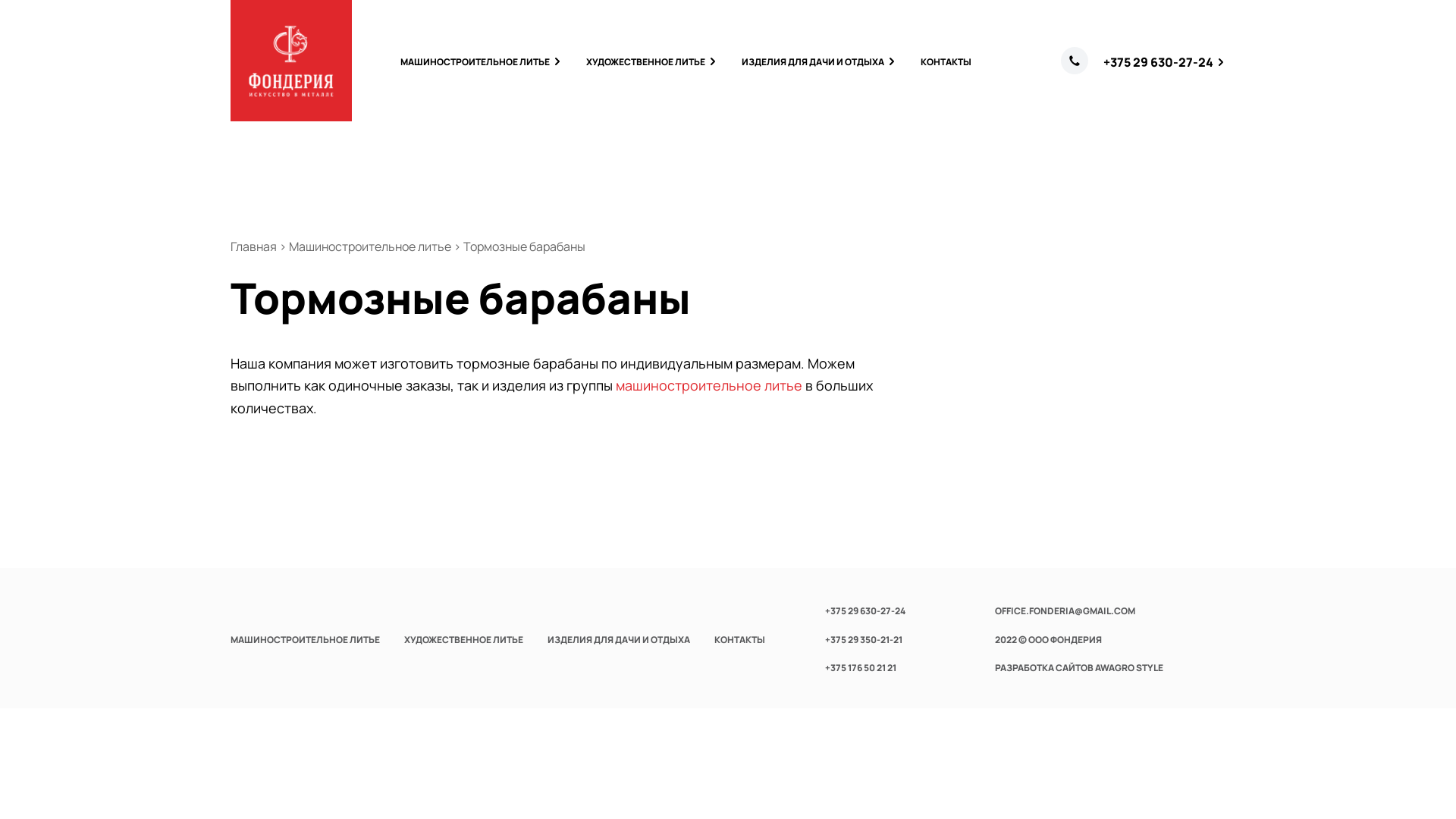 The image size is (1456, 819). Describe the element at coordinates (860, 667) in the screenshot. I see `'+375 176 50 21 21'` at that location.